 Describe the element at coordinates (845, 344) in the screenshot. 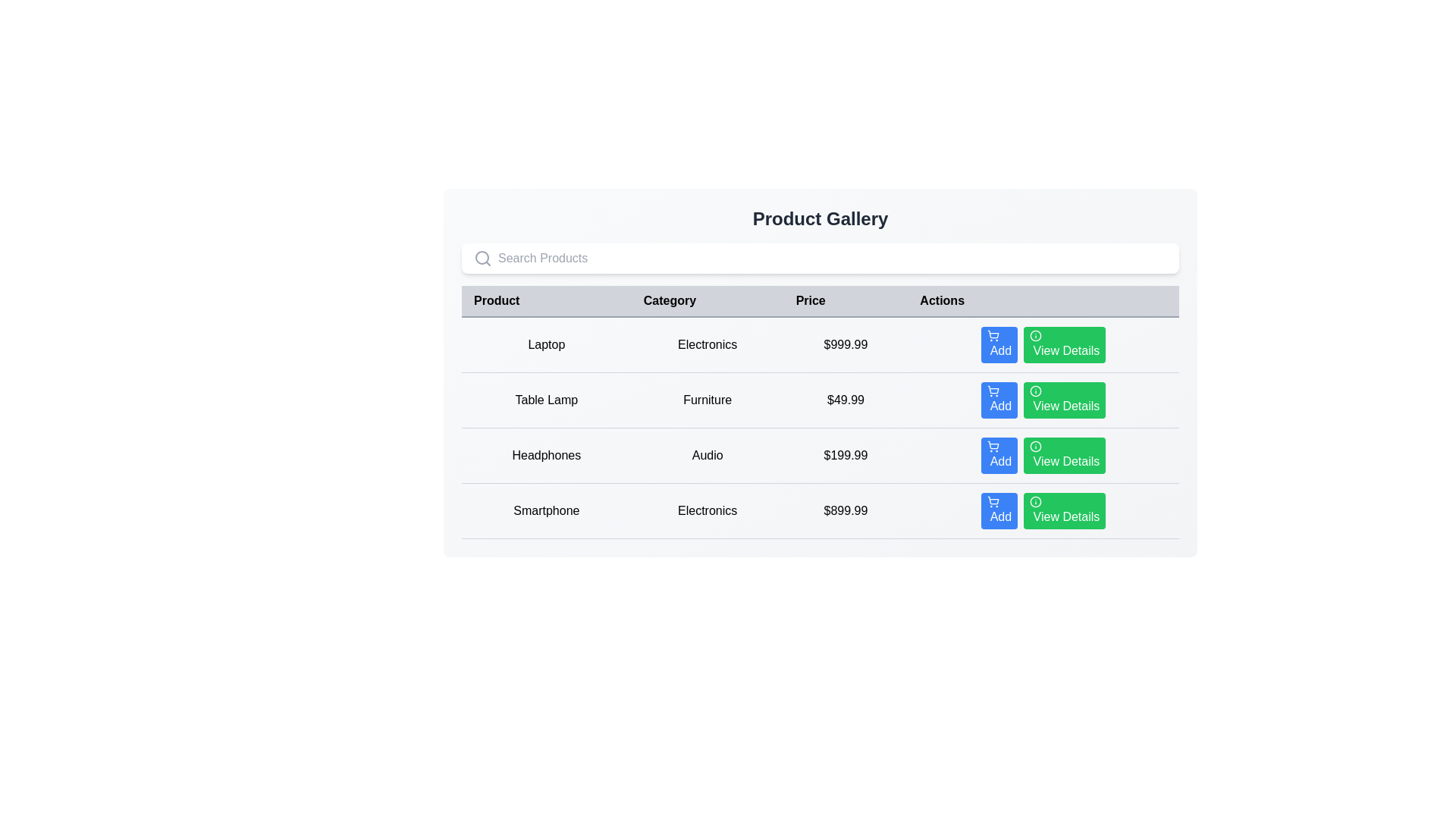

I see `the Price text display in the first row of the product table, which provides the price information for the 'Laptop' product` at that location.